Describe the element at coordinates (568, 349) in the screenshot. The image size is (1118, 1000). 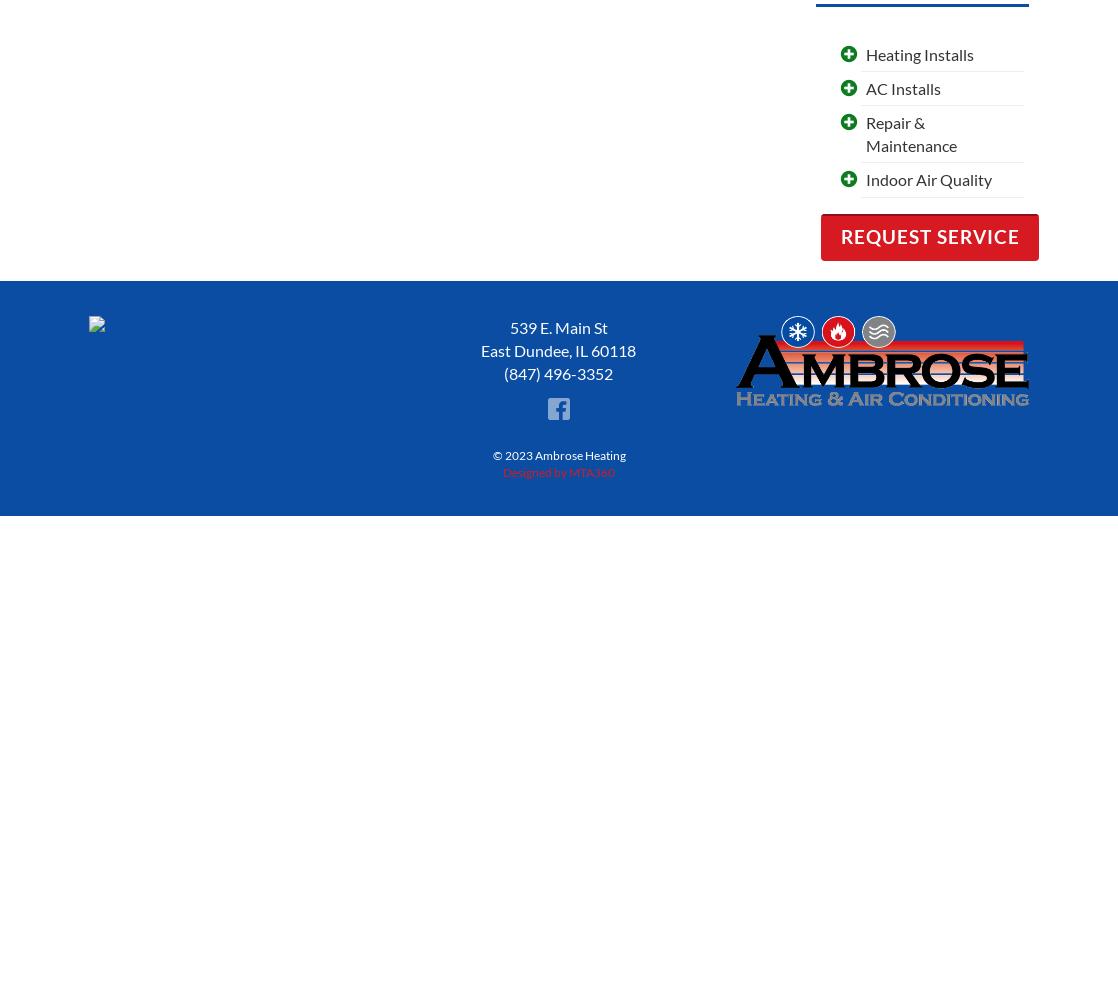
I see `','` at that location.